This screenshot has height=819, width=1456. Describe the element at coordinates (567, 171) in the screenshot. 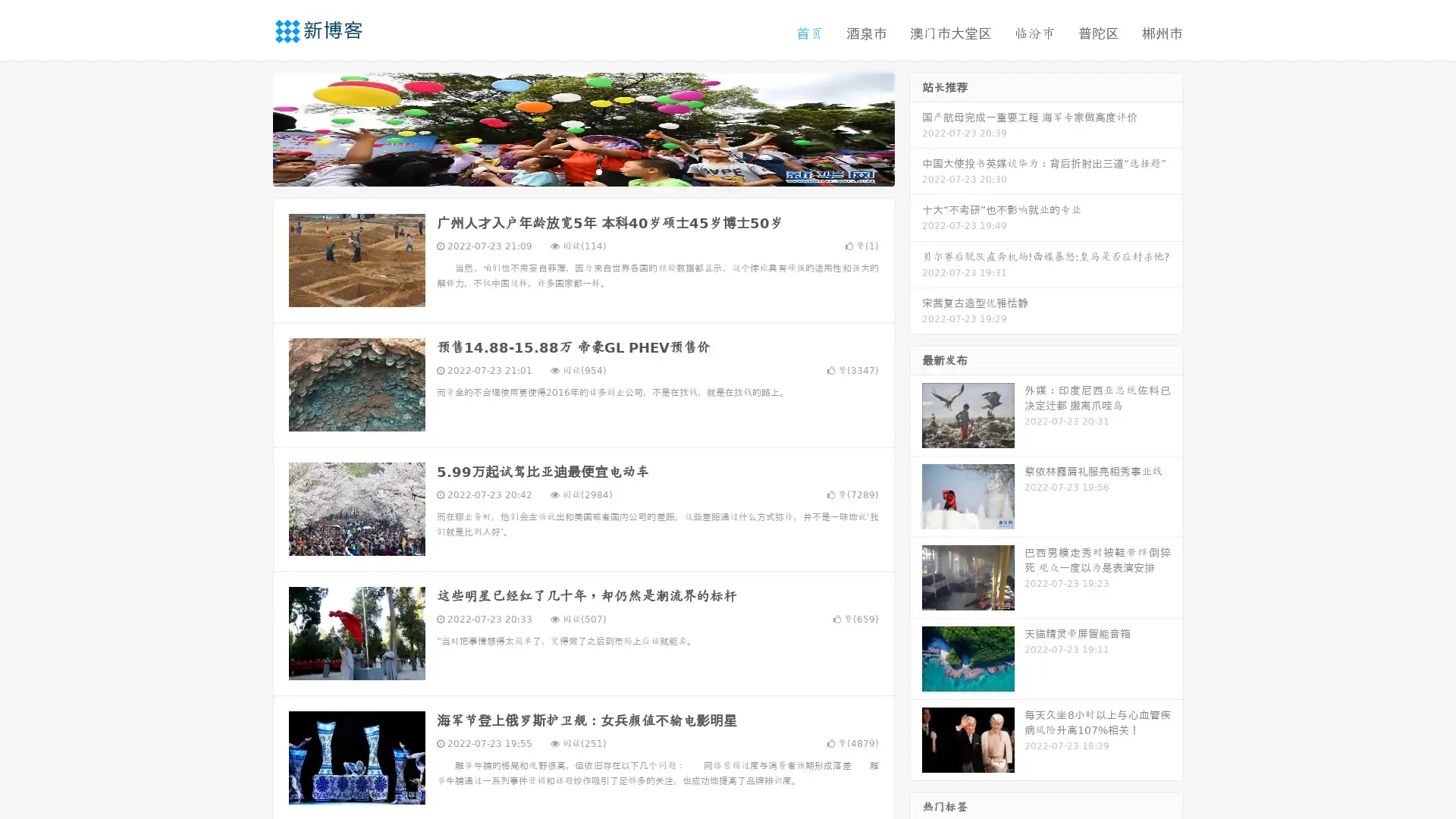

I see `Go to slide 1` at that location.